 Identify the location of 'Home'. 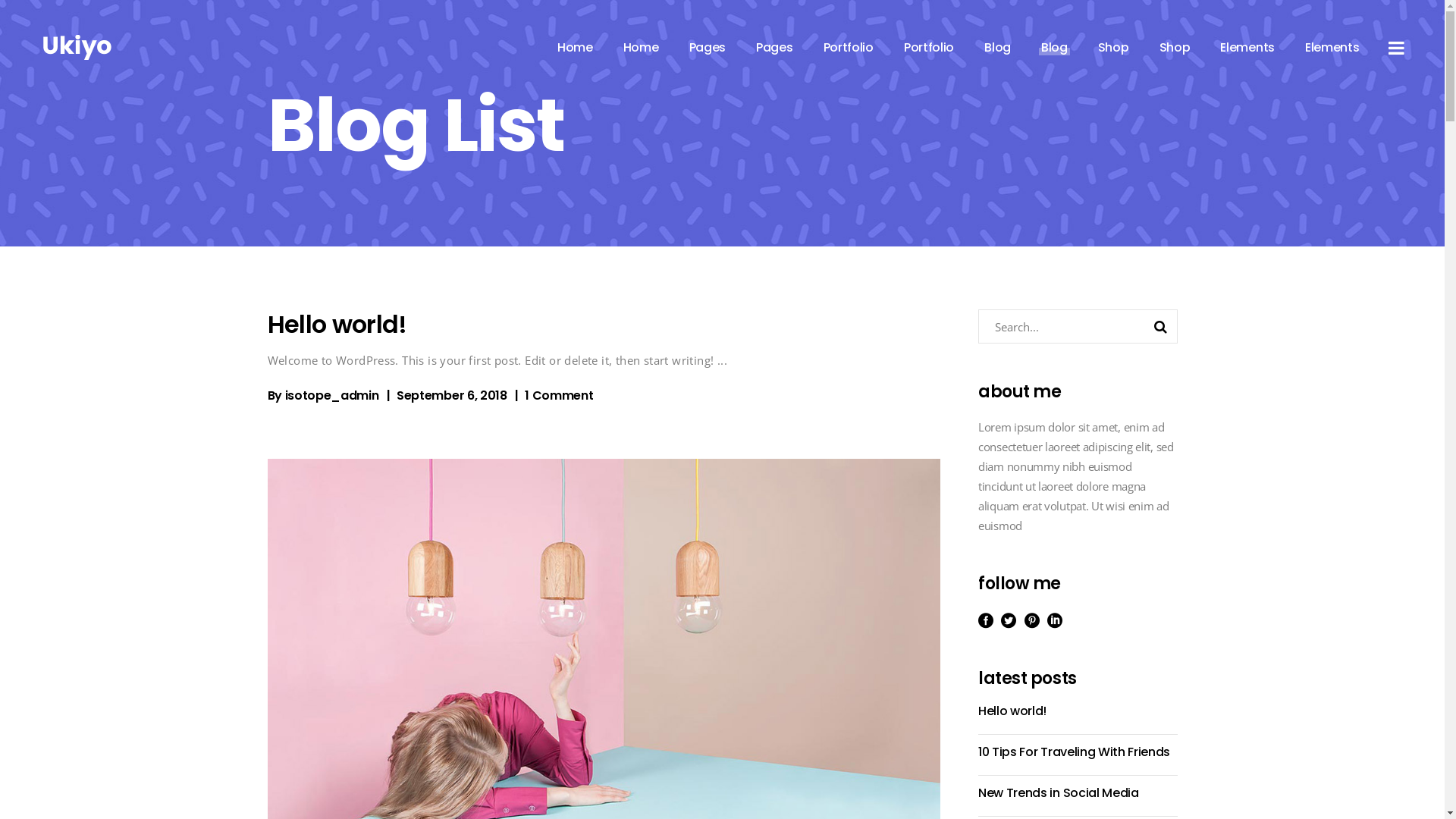
(641, 46).